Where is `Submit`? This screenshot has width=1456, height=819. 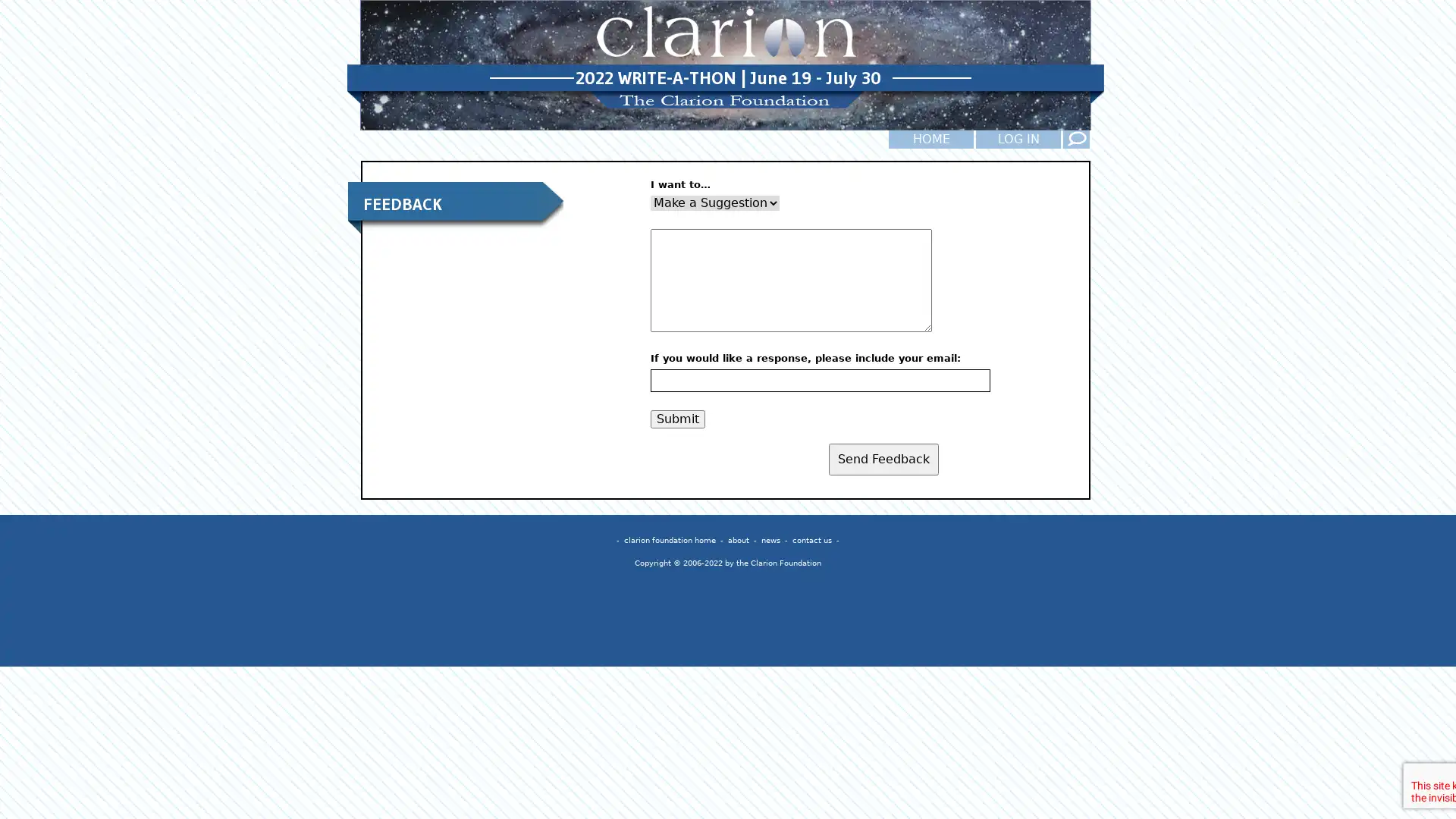
Submit is located at coordinates (676, 418).